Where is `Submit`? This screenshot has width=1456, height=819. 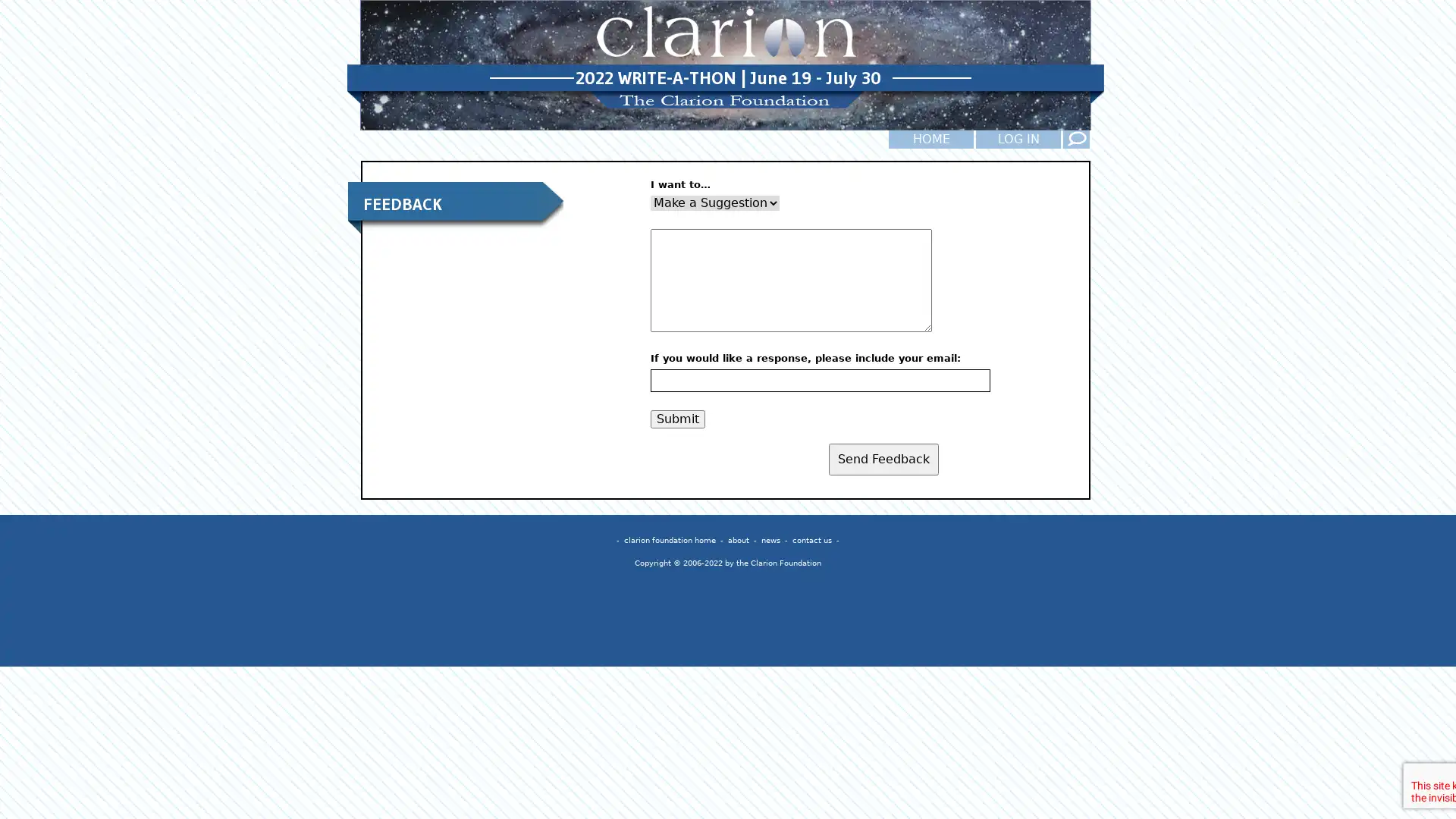
Submit is located at coordinates (676, 418).